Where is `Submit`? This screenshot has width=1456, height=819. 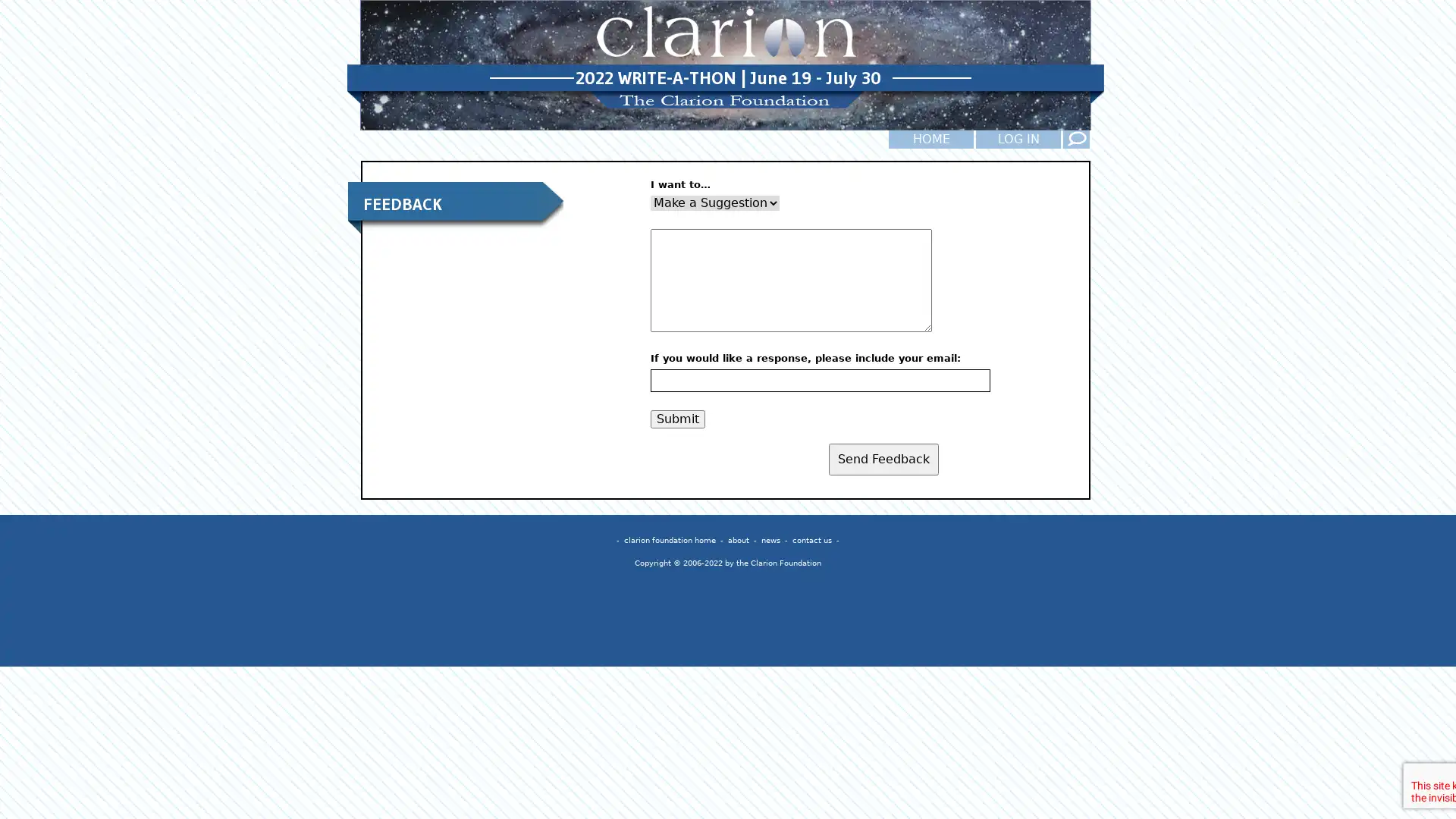
Submit is located at coordinates (676, 418).